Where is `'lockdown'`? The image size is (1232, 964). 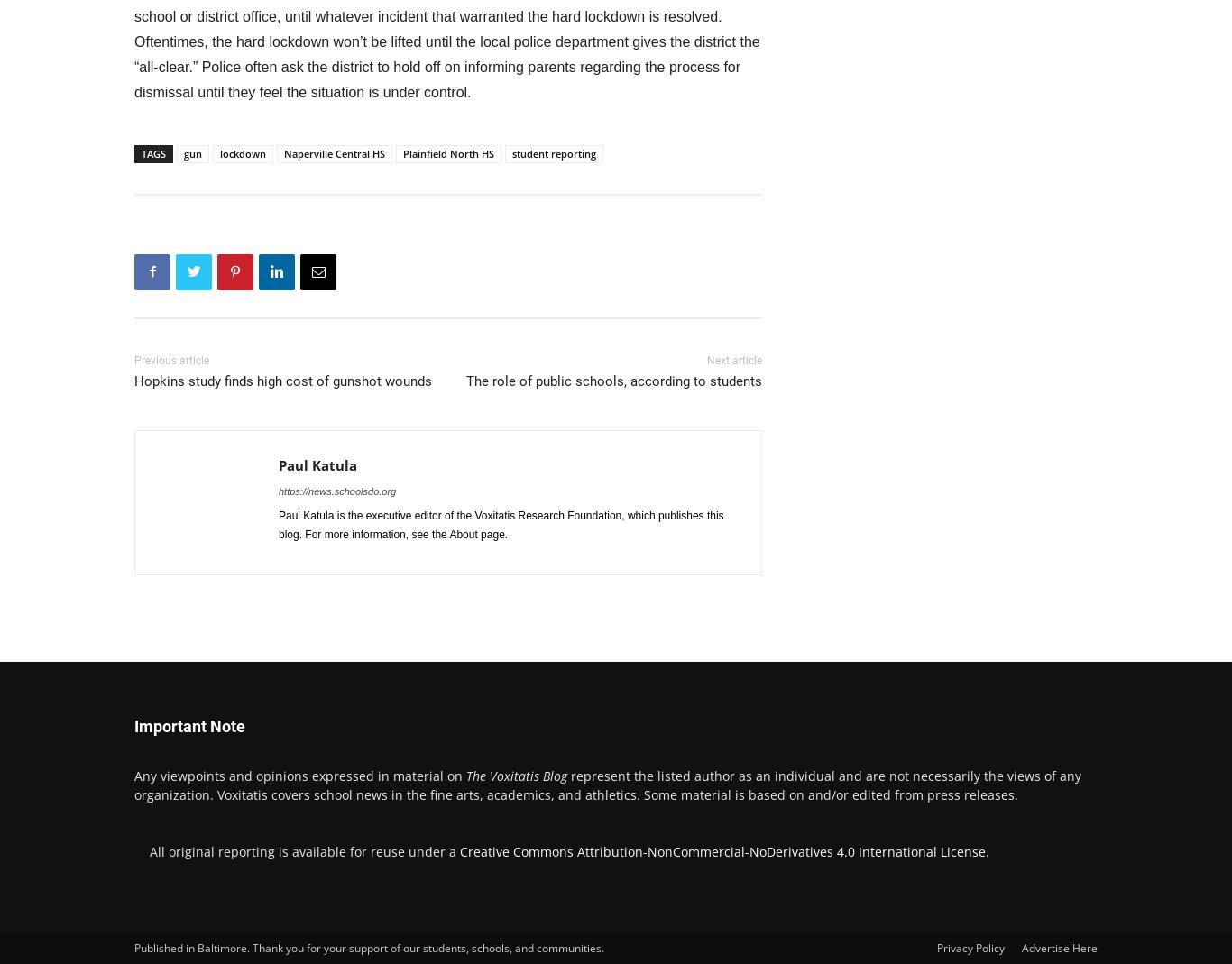
'lockdown' is located at coordinates (243, 152).